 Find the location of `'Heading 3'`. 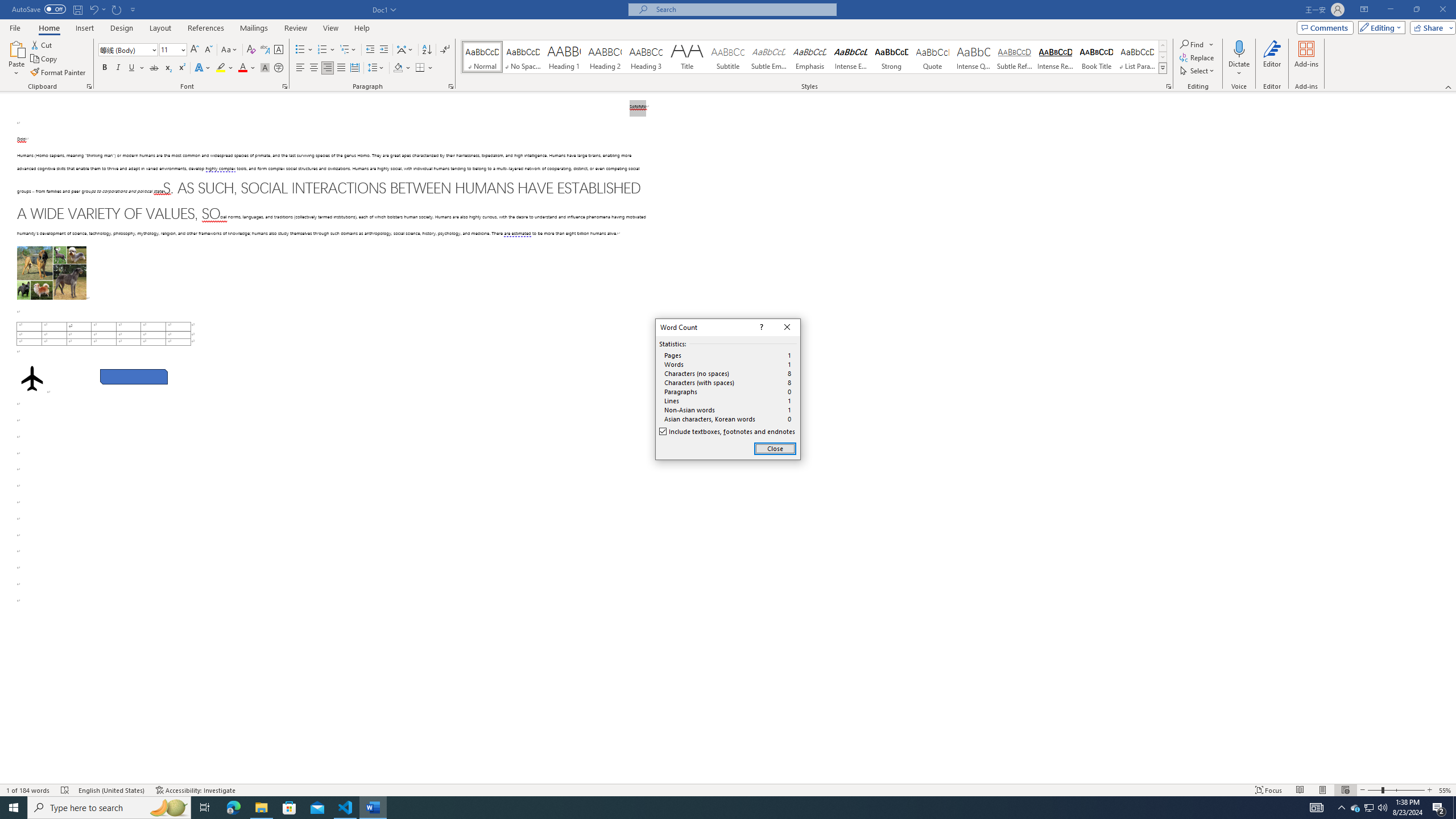

'Heading 3' is located at coordinates (646, 56).